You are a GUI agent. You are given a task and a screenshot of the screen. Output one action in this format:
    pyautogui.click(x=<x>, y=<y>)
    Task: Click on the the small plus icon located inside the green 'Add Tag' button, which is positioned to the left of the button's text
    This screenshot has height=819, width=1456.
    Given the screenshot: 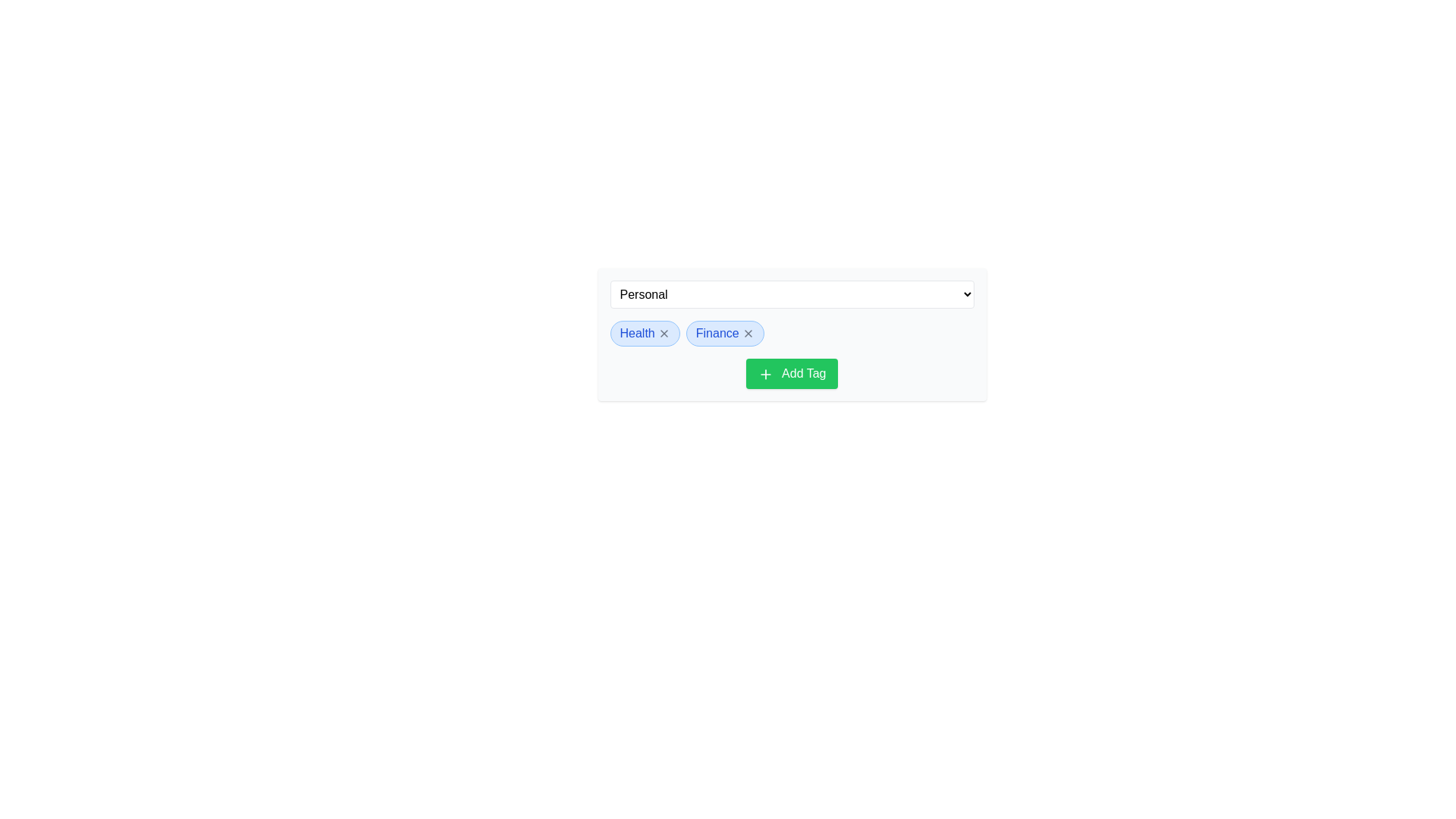 What is the action you would take?
    pyautogui.click(x=765, y=374)
    